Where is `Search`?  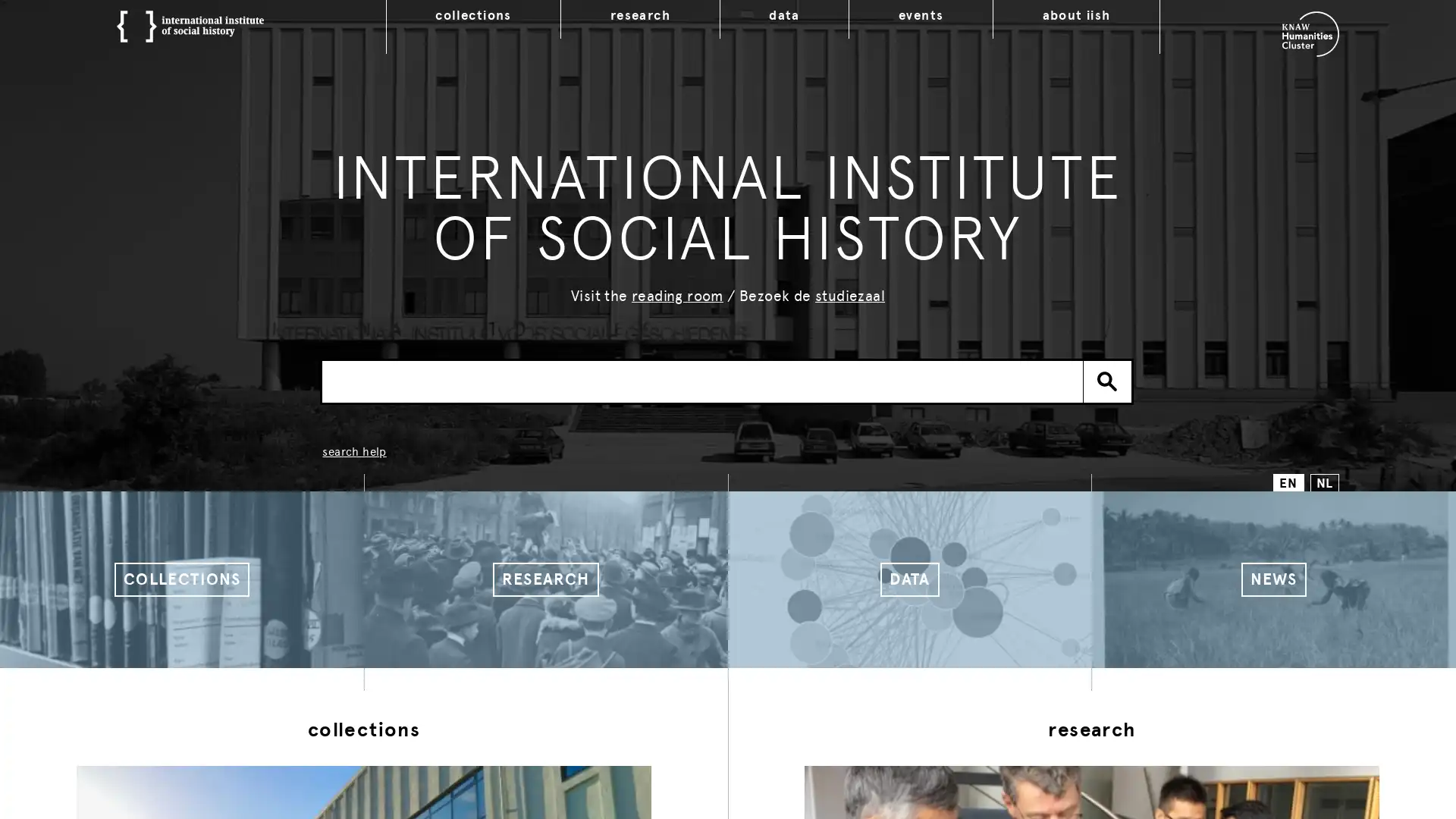 Search is located at coordinates (1107, 380).